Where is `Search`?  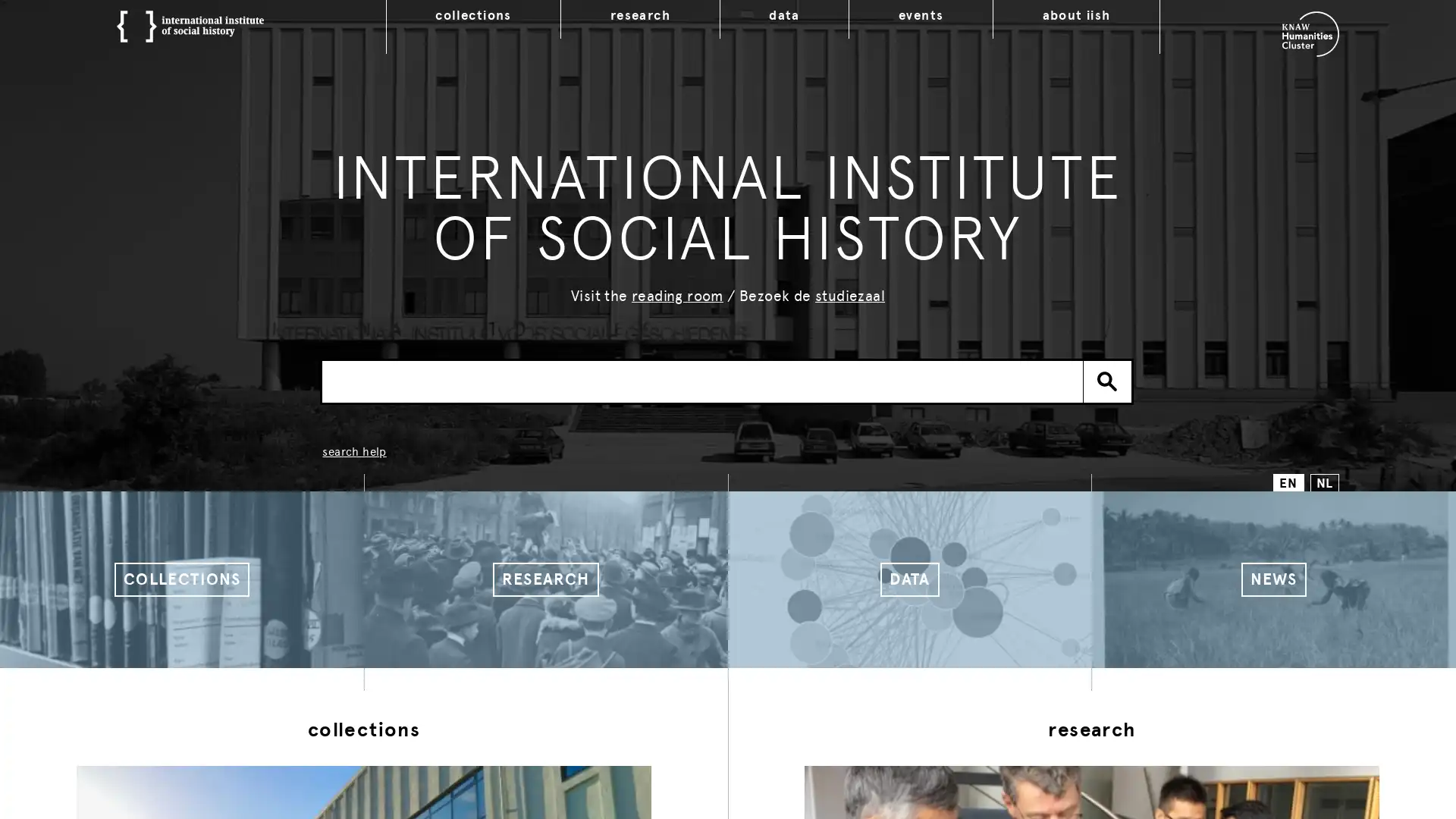 Search is located at coordinates (1107, 380).